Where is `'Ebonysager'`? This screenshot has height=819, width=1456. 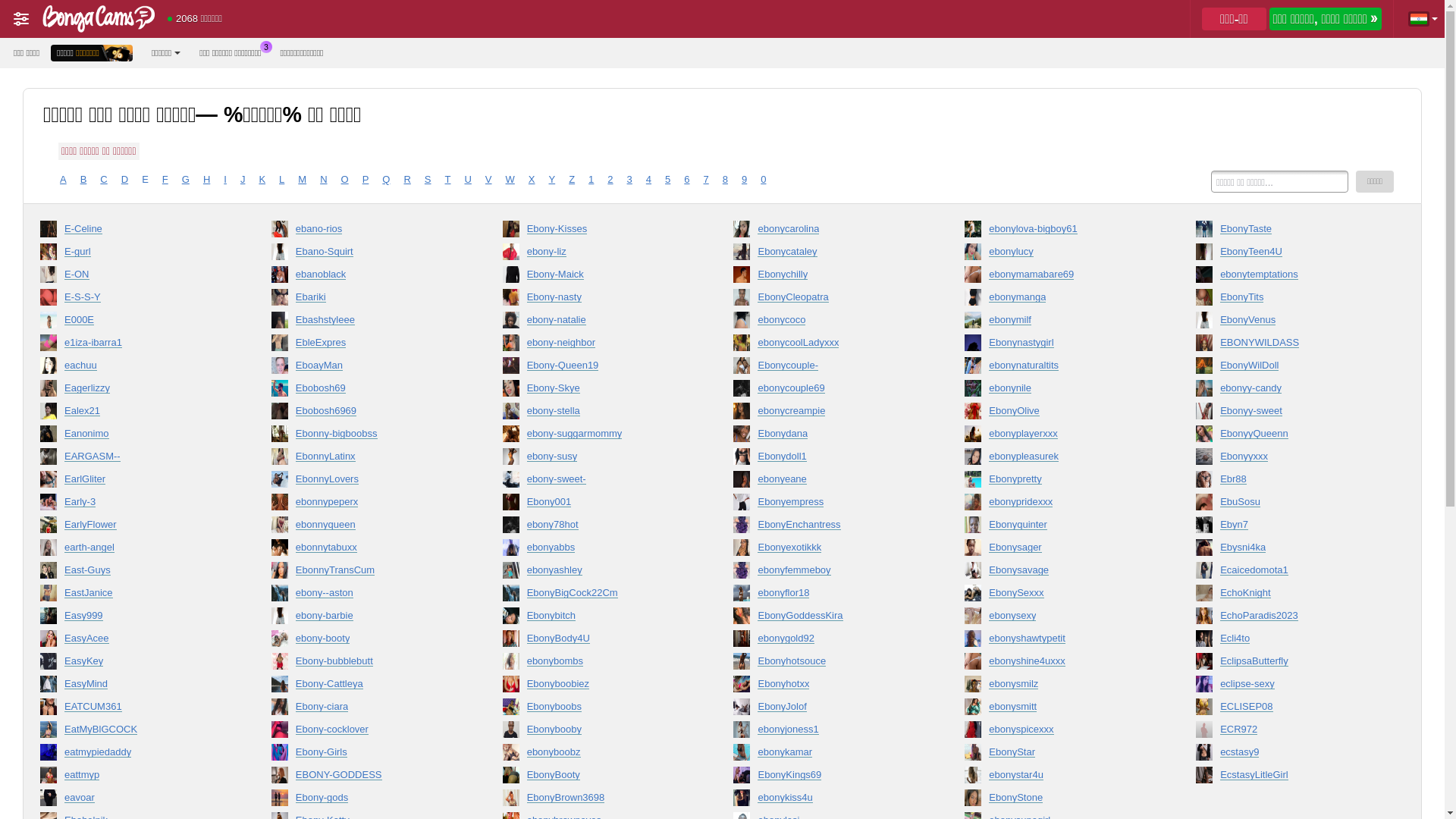
'Ebonysager' is located at coordinates (1058, 550).